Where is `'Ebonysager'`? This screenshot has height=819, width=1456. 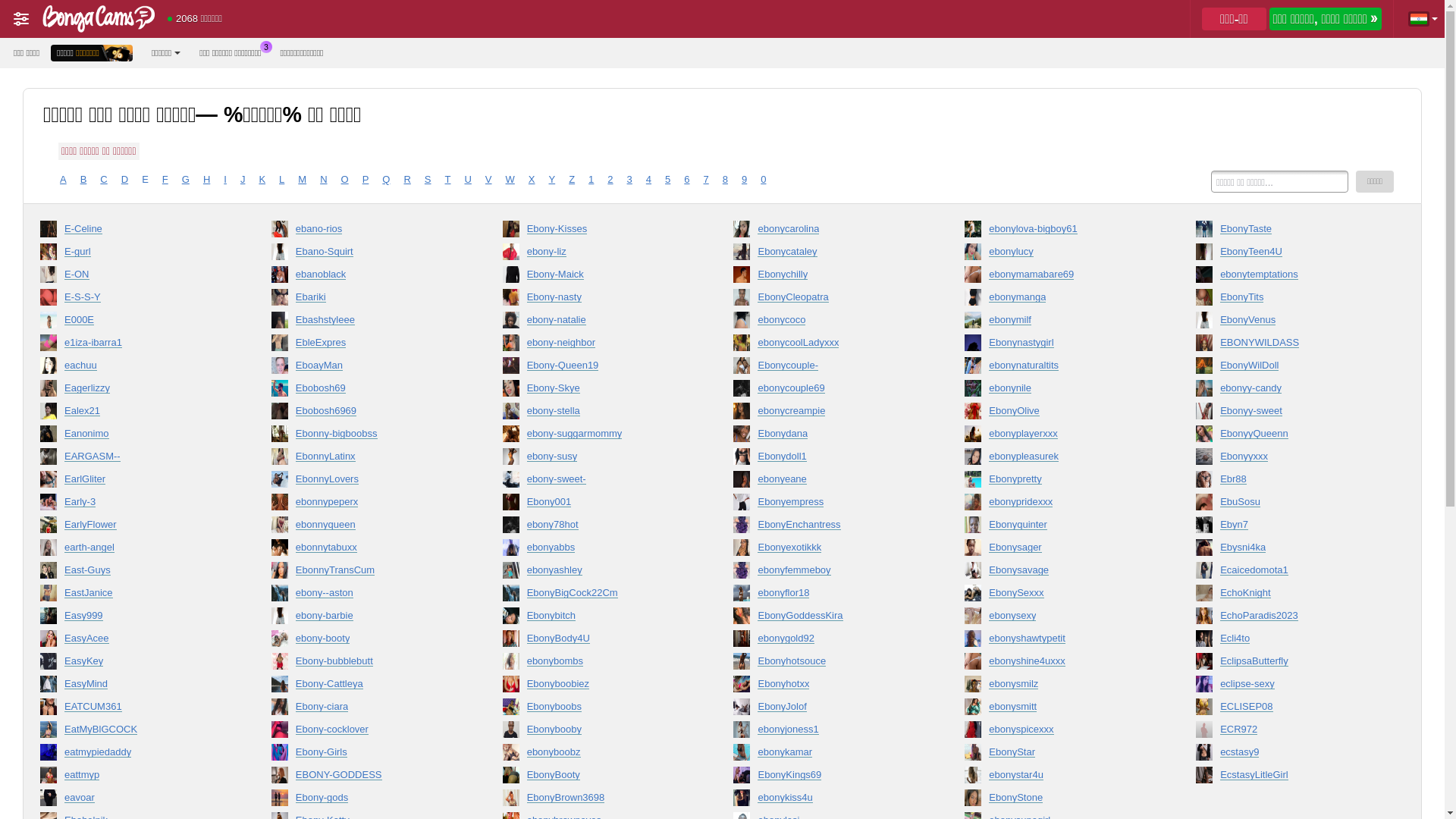
'Ebonysager' is located at coordinates (1058, 550).